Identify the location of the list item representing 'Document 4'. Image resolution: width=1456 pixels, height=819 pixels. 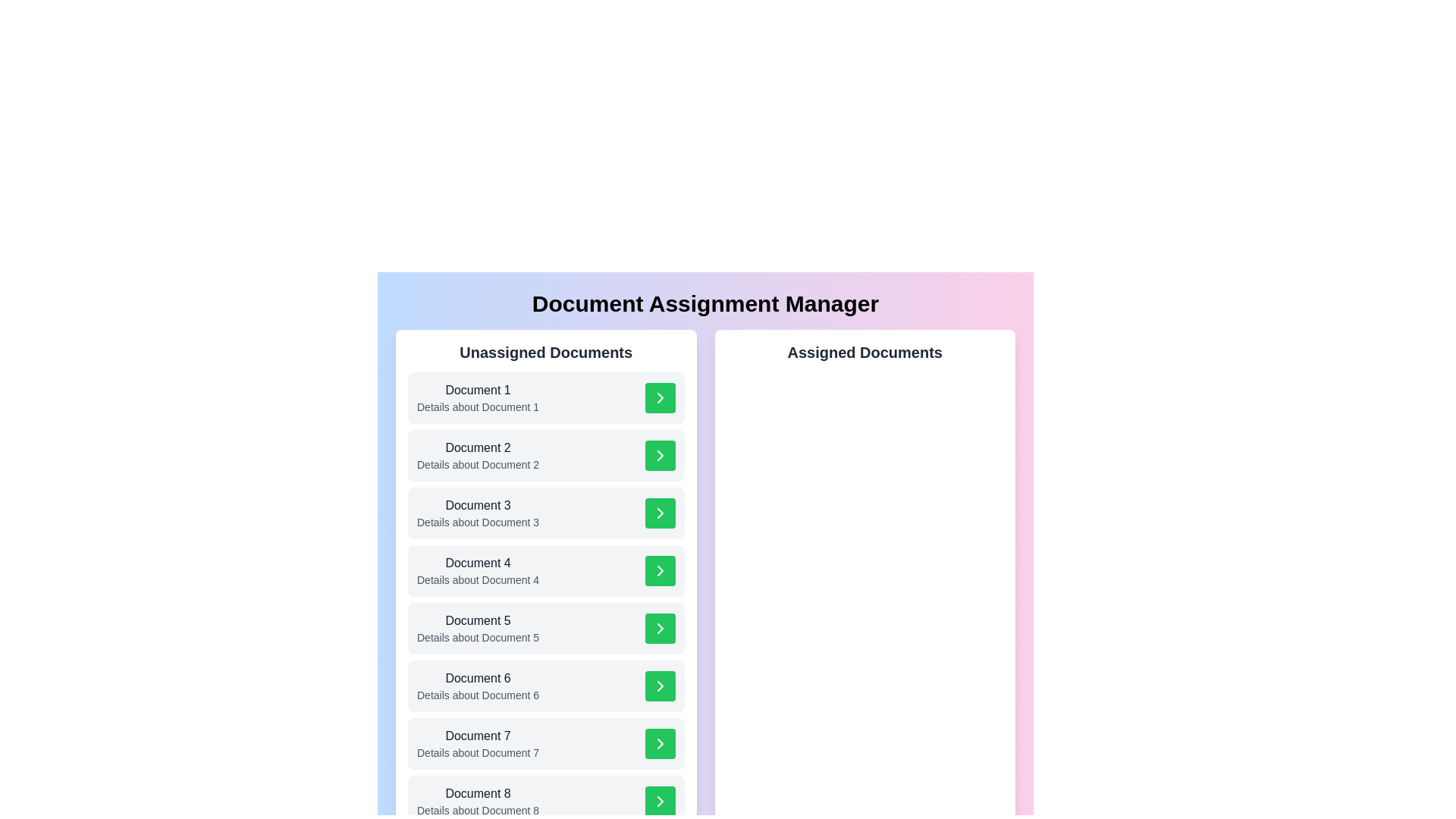
(546, 570).